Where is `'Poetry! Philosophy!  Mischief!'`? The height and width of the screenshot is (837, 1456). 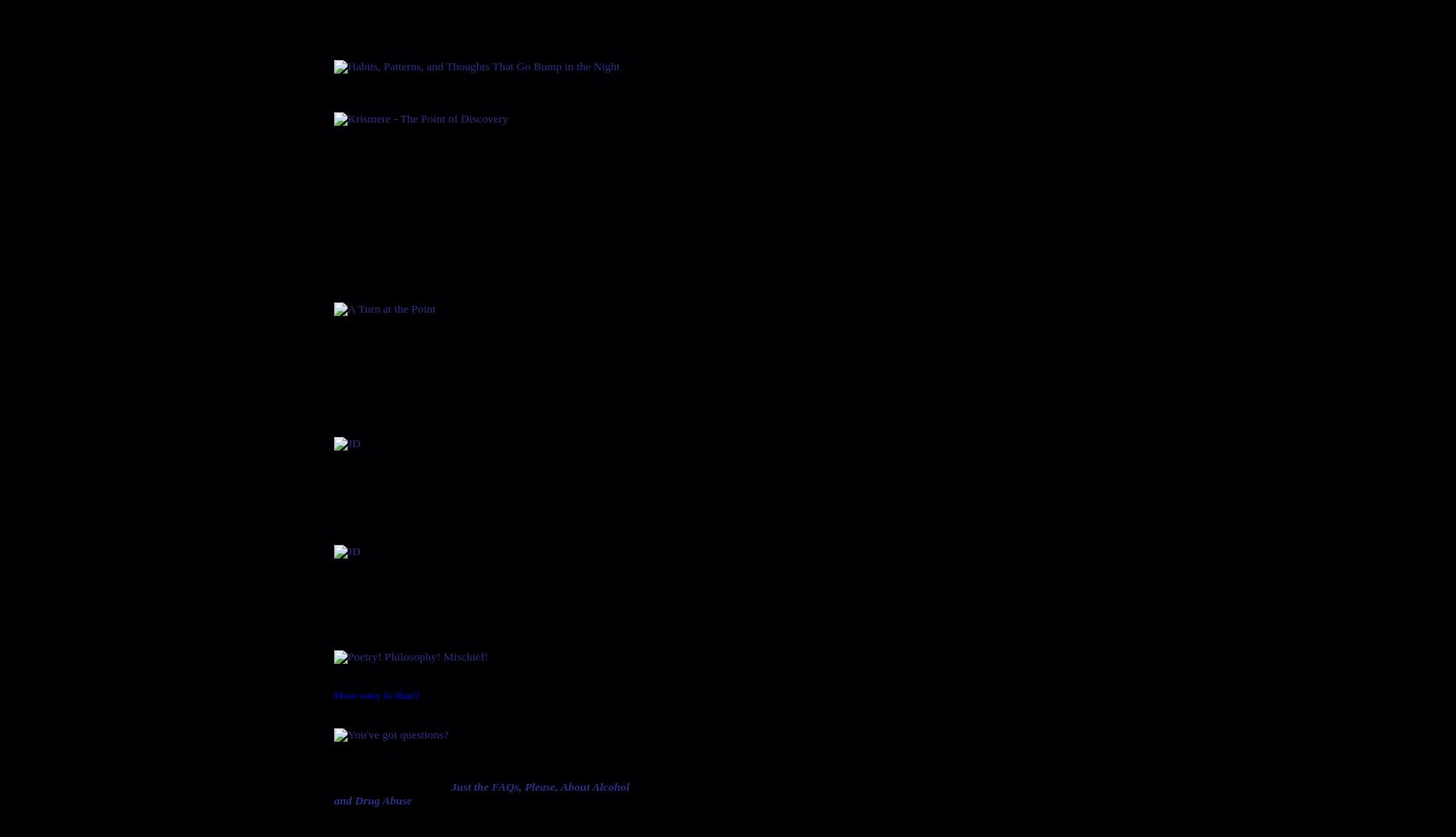
'Poetry! Philosophy!  Mischief!' is located at coordinates (433, 637).